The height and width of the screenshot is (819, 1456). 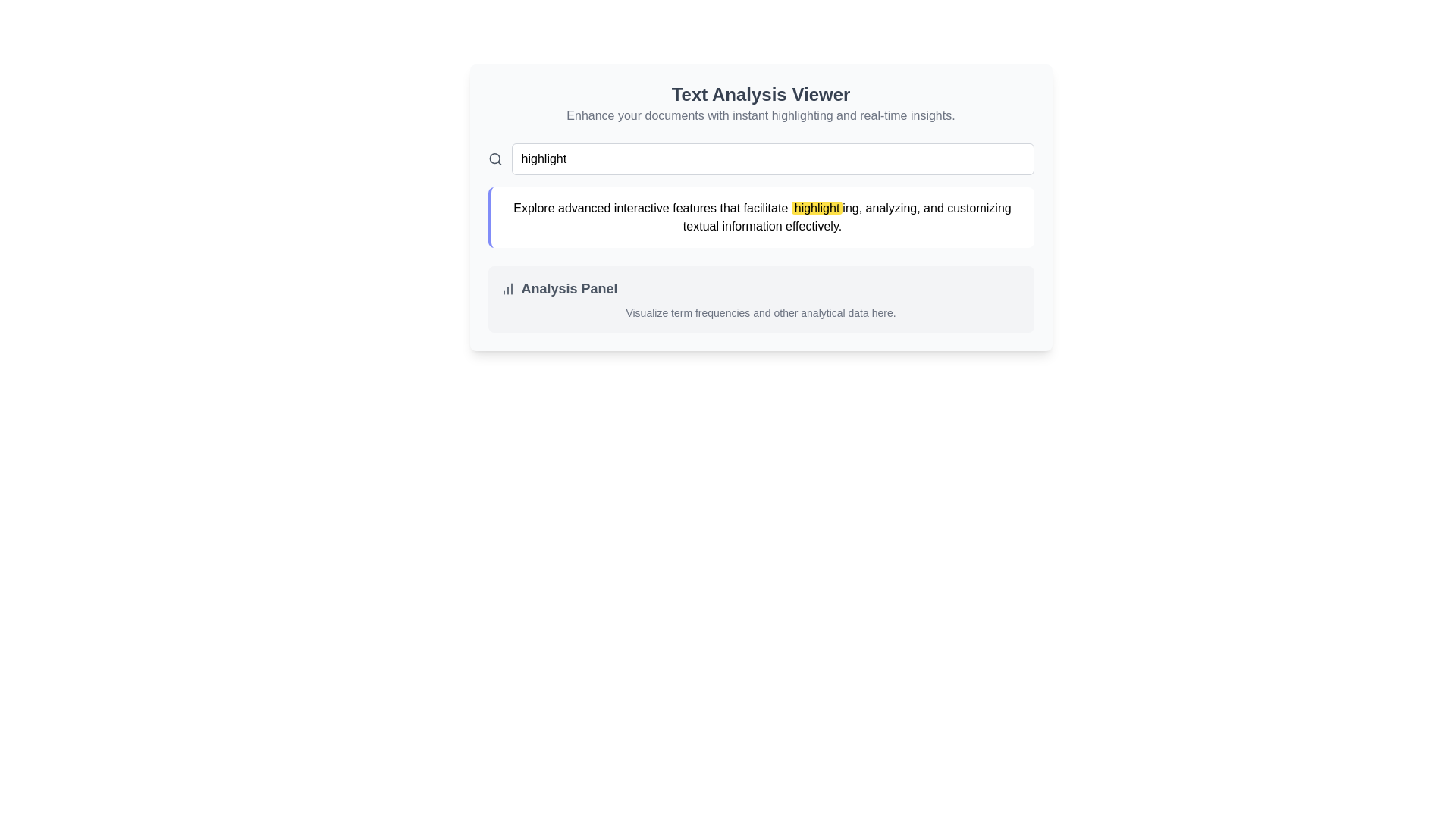 What do you see at coordinates (816, 208) in the screenshot?
I see `the Text Highlight element that emphasizes the word 'highlight' within the paragraph by moving the mouse cursor to its center point` at bounding box center [816, 208].